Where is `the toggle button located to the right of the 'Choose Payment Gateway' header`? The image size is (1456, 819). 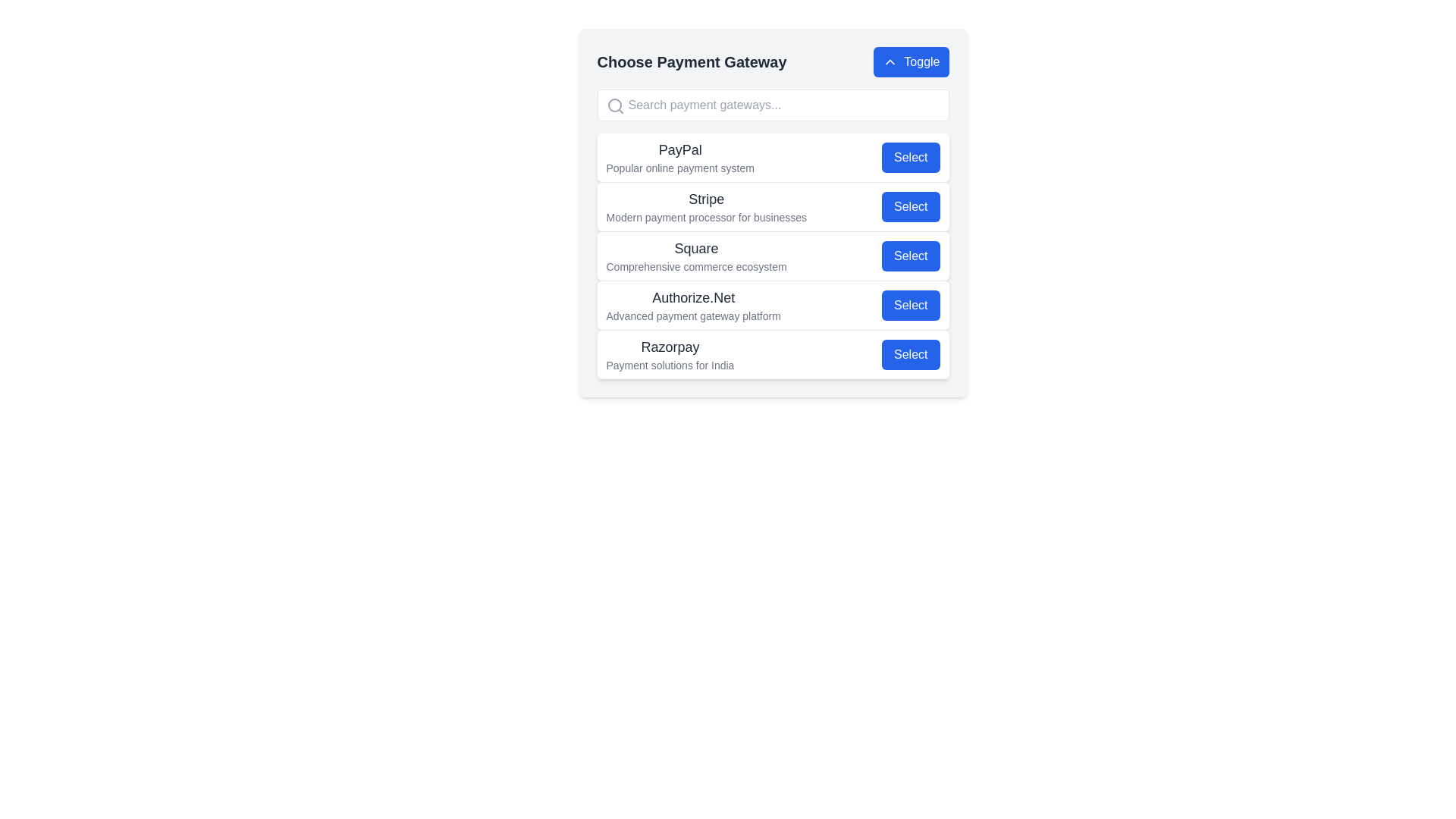 the toggle button located to the right of the 'Choose Payment Gateway' header is located at coordinates (910, 61).